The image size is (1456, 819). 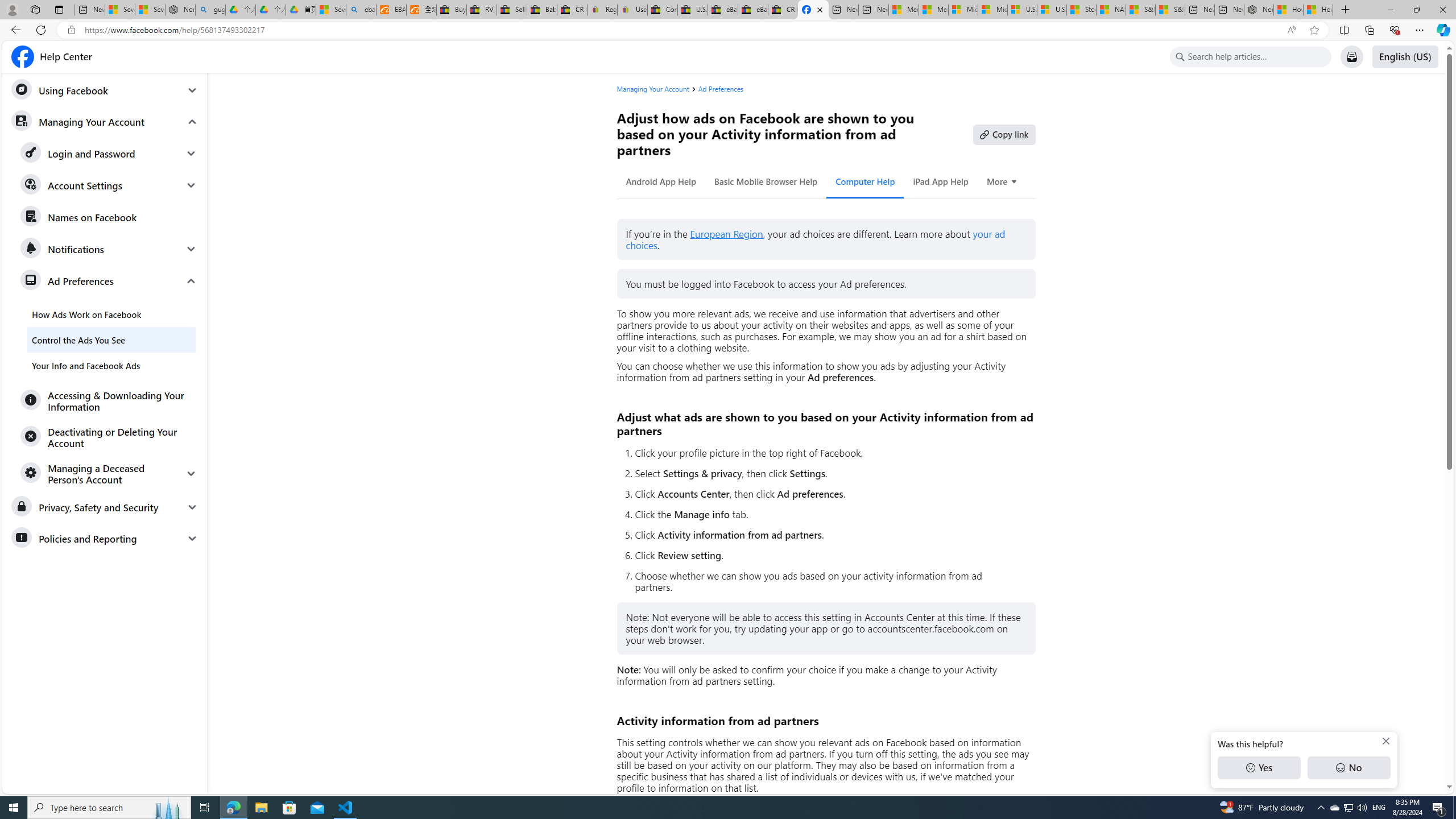 I want to click on 'iPad App Help', so click(x=940, y=181).